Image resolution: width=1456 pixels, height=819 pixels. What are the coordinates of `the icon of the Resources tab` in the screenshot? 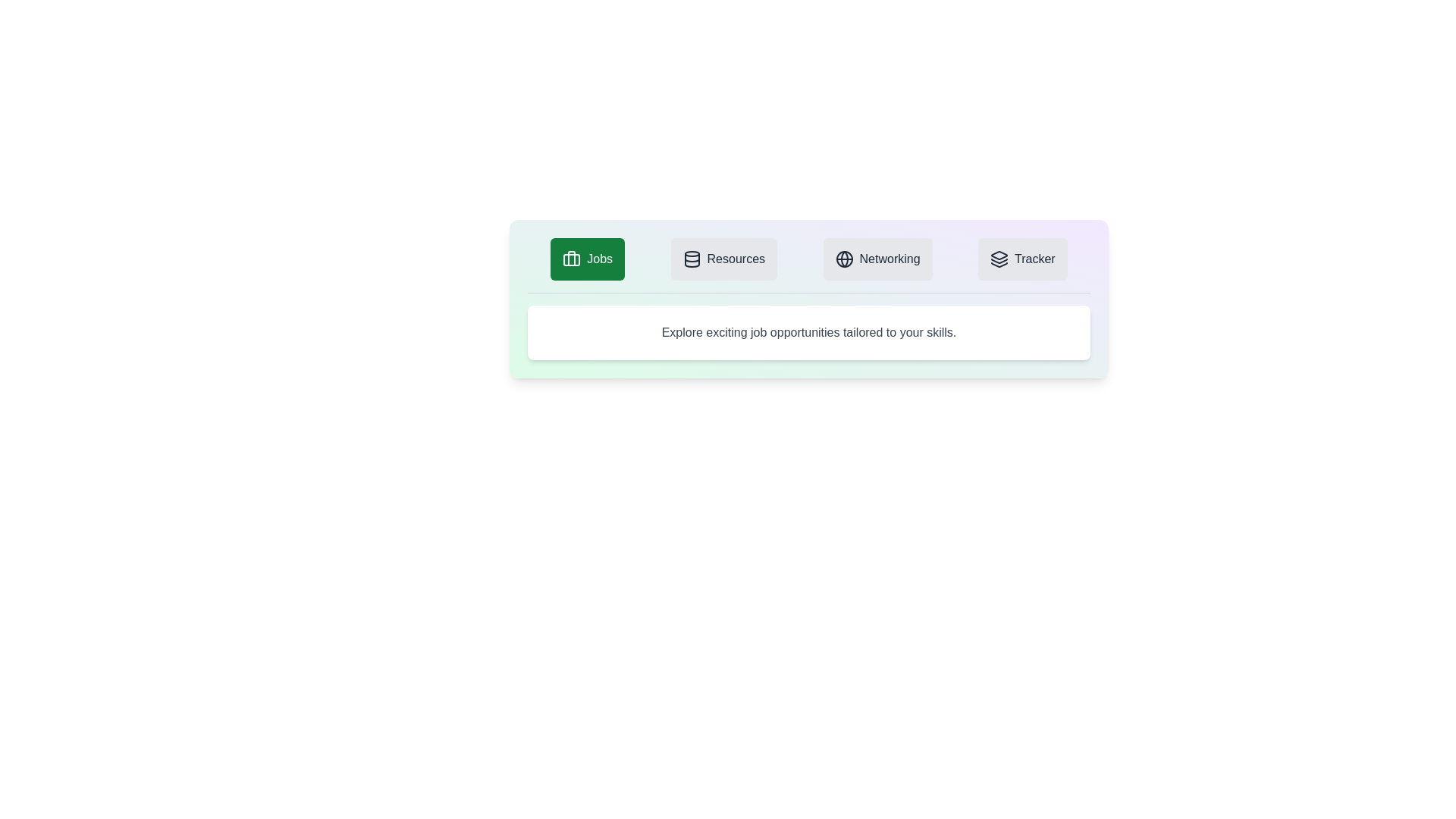 It's located at (691, 259).